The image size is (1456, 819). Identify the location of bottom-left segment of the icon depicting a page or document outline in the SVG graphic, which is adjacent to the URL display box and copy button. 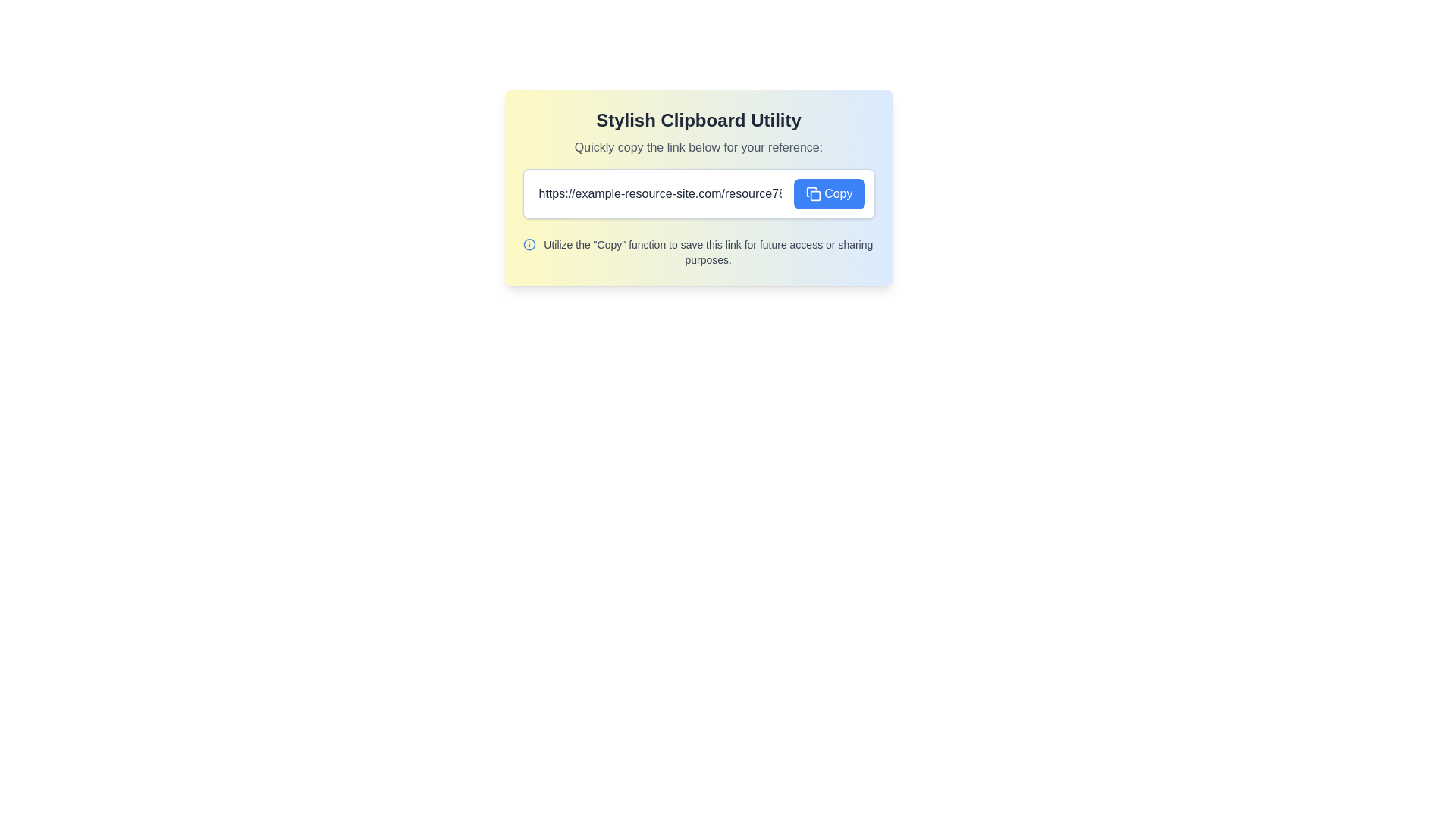
(811, 191).